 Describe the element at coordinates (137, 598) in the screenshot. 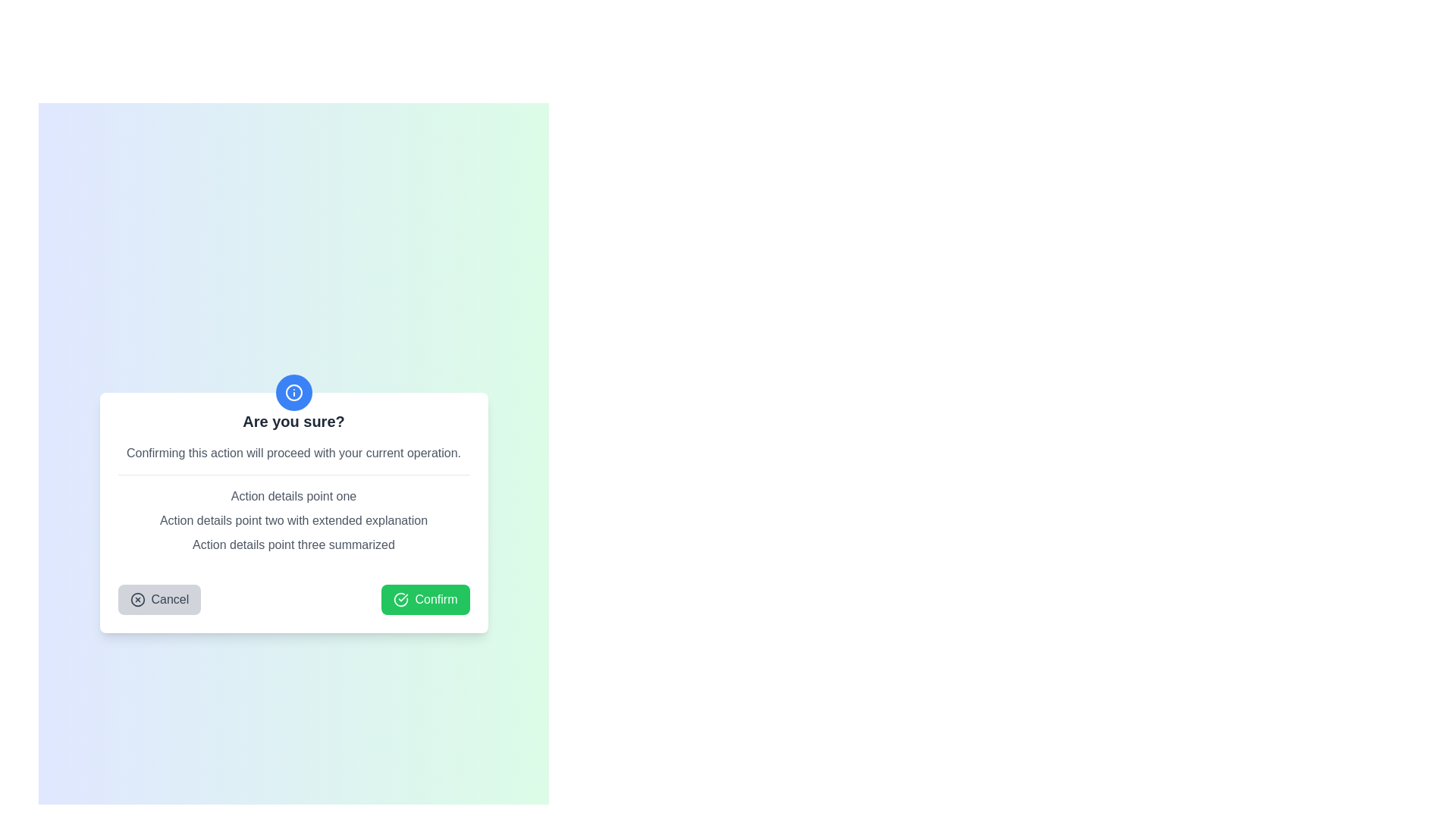

I see `the small circular icon with a cross symbol, located to the left of the 'Cancel' button in the confirmation dialog box` at that location.